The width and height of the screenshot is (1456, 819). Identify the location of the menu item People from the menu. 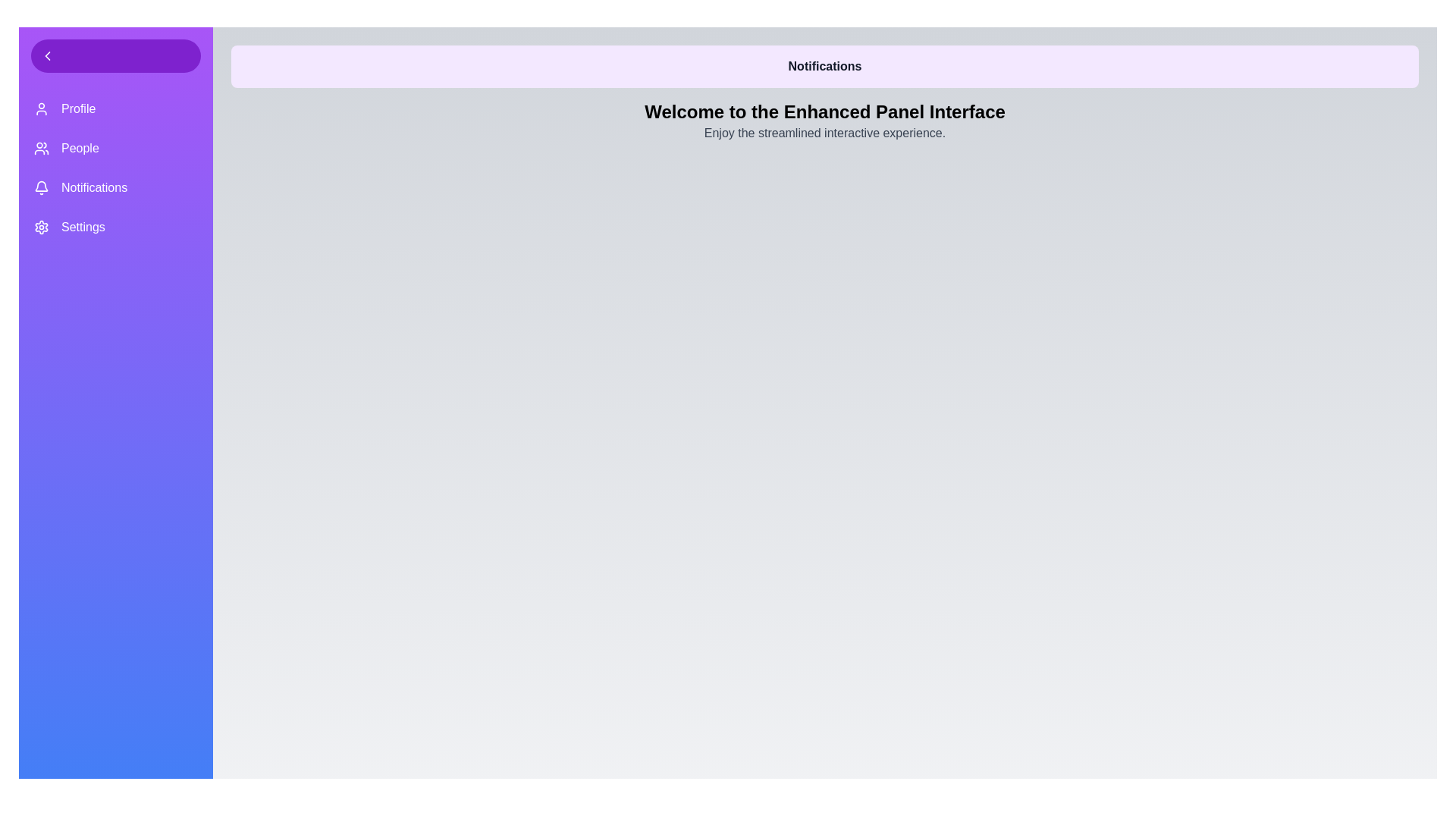
(115, 149).